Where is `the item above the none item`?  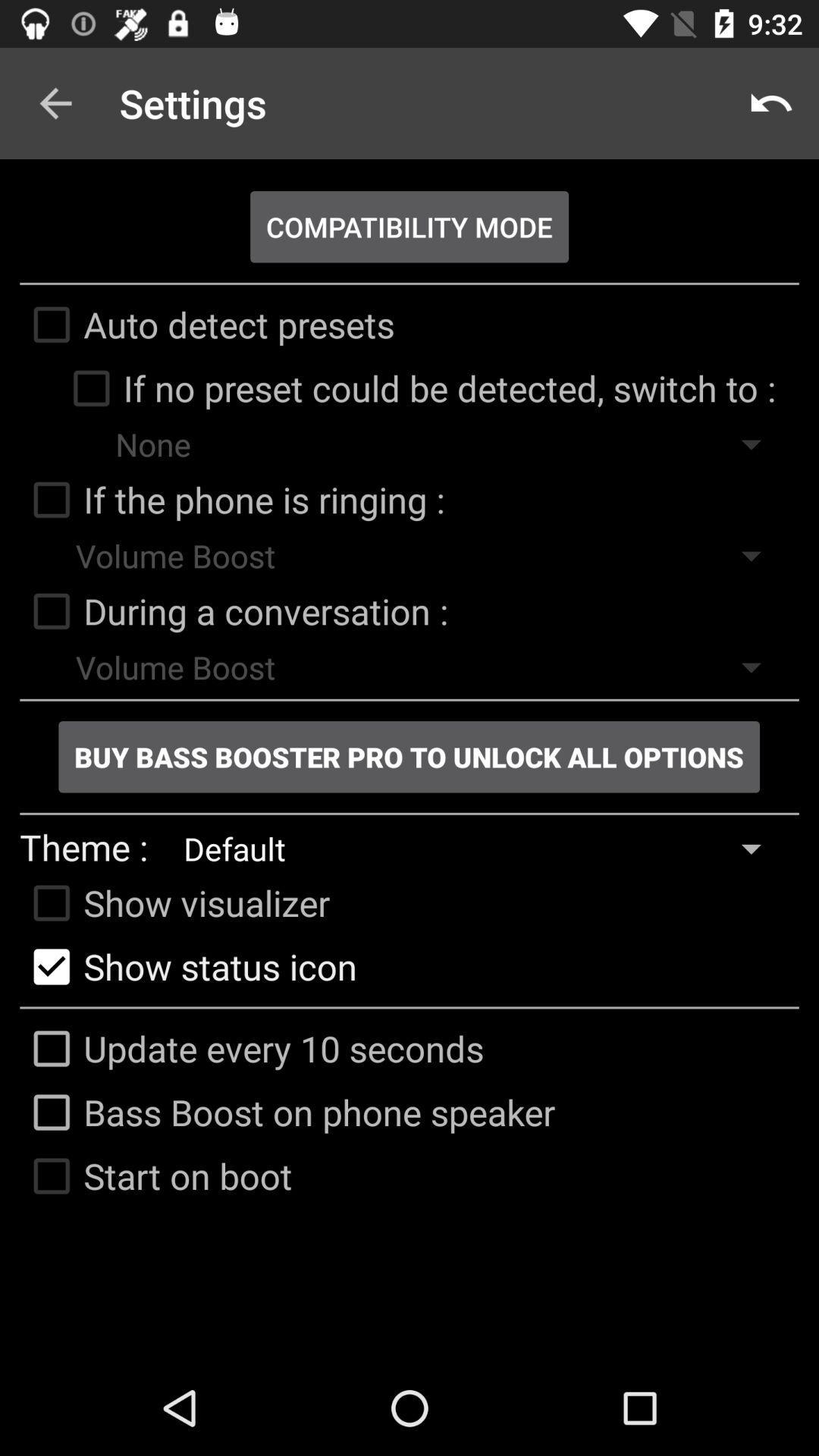
the item above the none item is located at coordinates (417, 388).